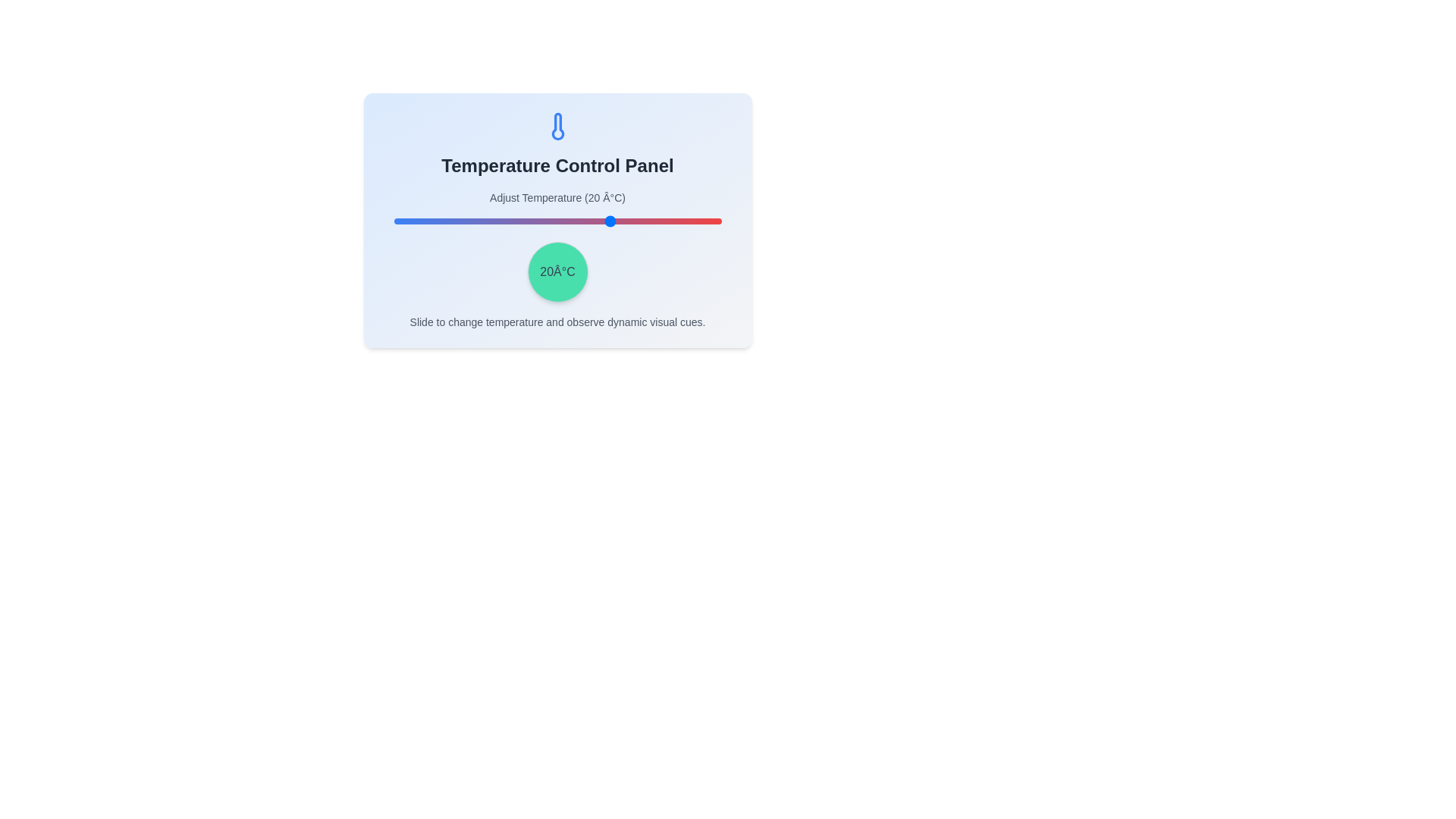 The image size is (1456, 819). Describe the element at coordinates (638, 221) in the screenshot. I see `the temperature slider to 27°C` at that location.